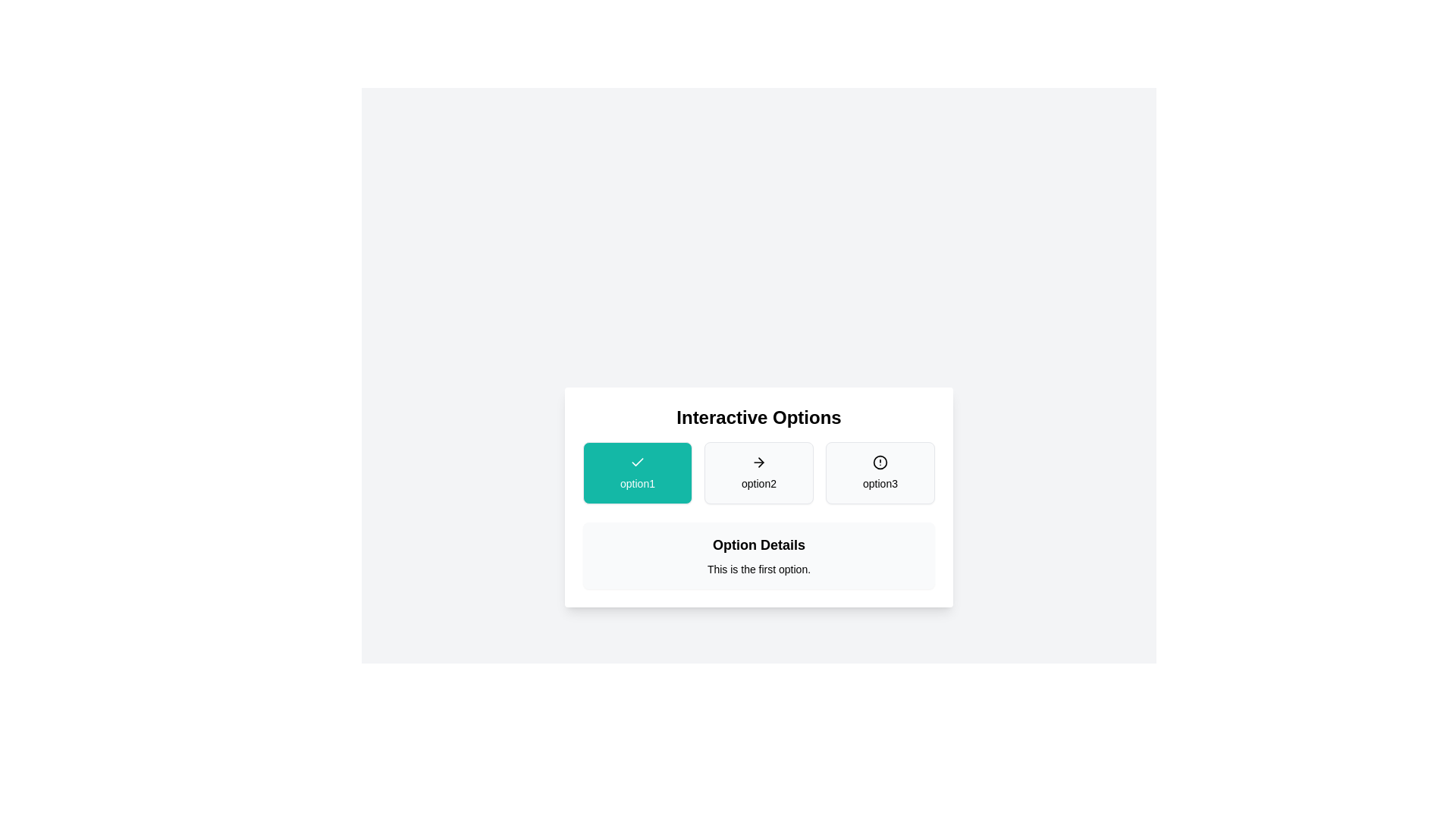 The image size is (1456, 819). Describe the element at coordinates (880, 461) in the screenshot. I see `the visual state of the inner circle of the warning icon within the 'option3' rectangular option in the 'Interactive Options' group` at that location.